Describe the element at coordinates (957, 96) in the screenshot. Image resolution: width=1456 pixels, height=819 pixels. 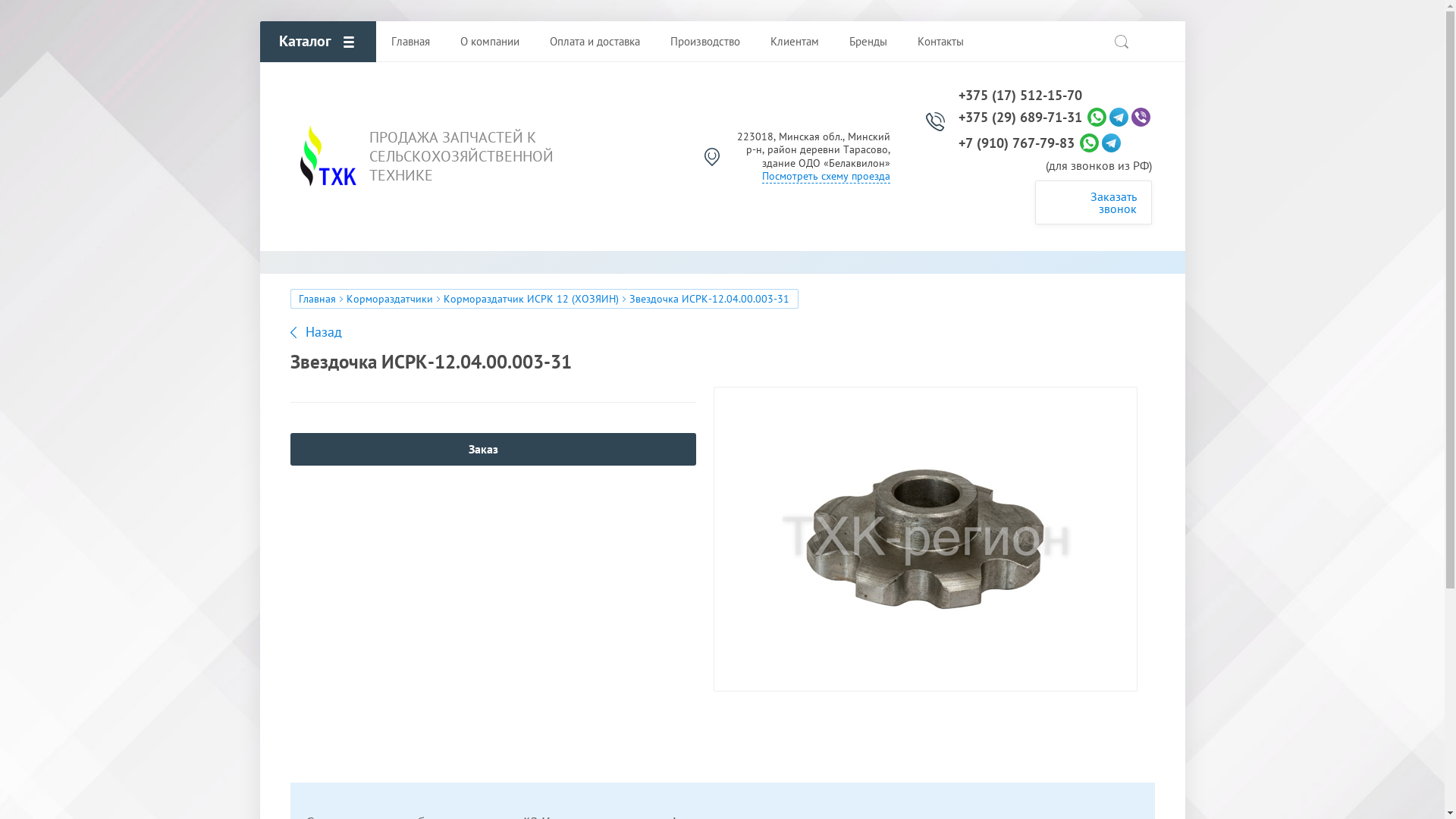
I see `'+375 (17) 512-15-70'` at that location.